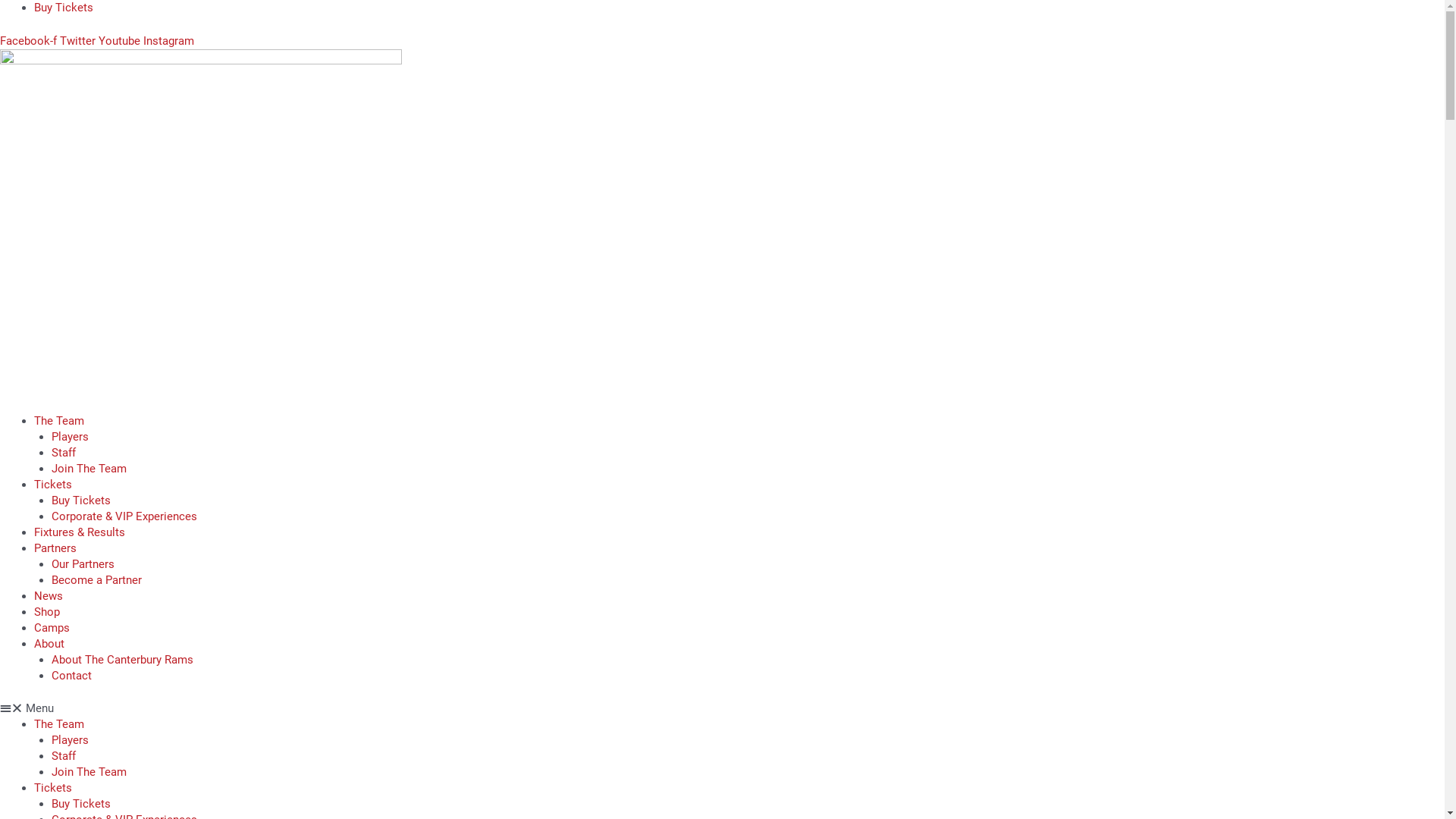  What do you see at coordinates (51, 563) in the screenshot?
I see `'Our Partners'` at bounding box center [51, 563].